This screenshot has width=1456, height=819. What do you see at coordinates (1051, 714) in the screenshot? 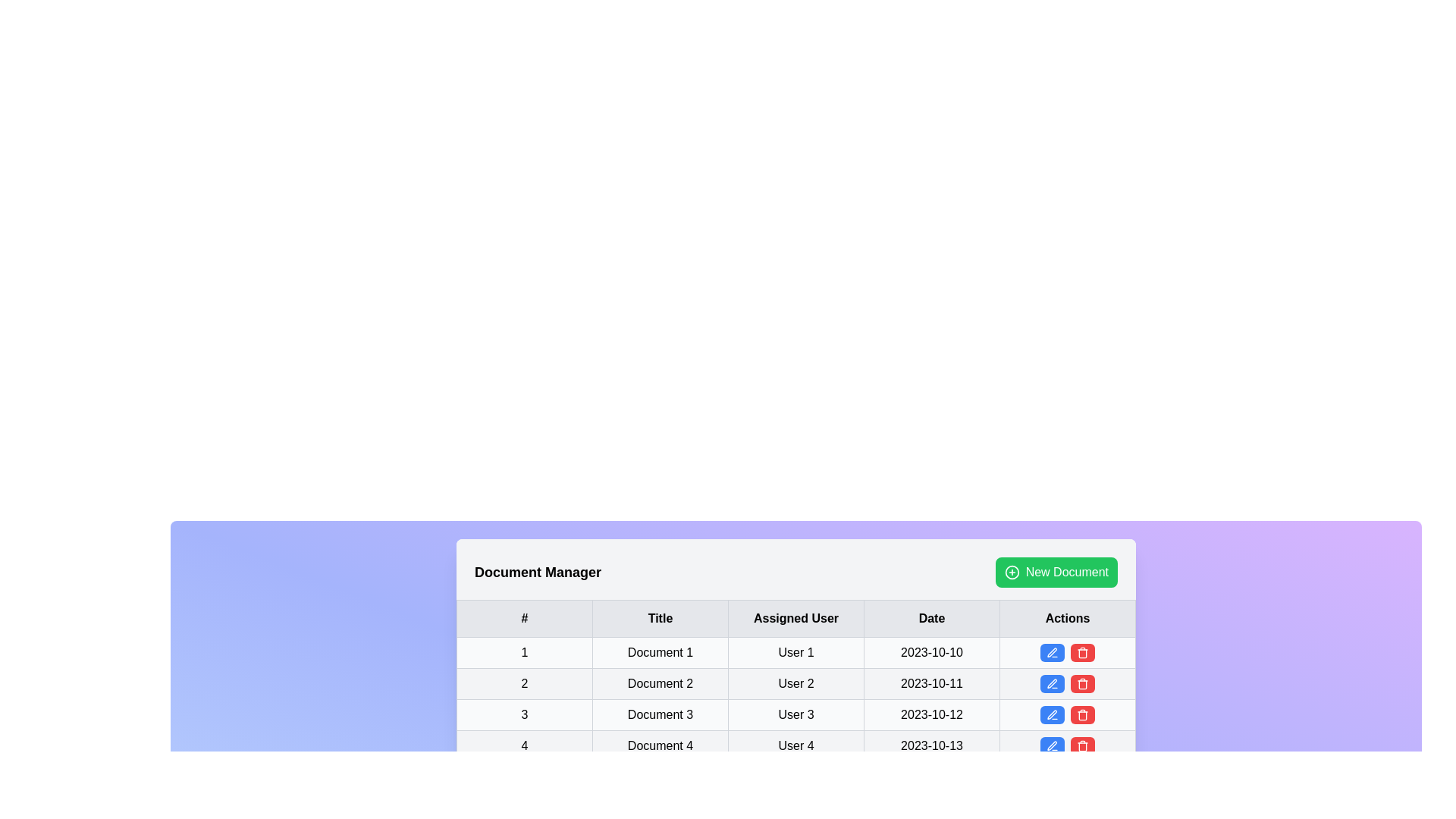
I see `the blue button displaying a pen icon in the Actions column of the third row to initiate editing` at bounding box center [1051, 714].